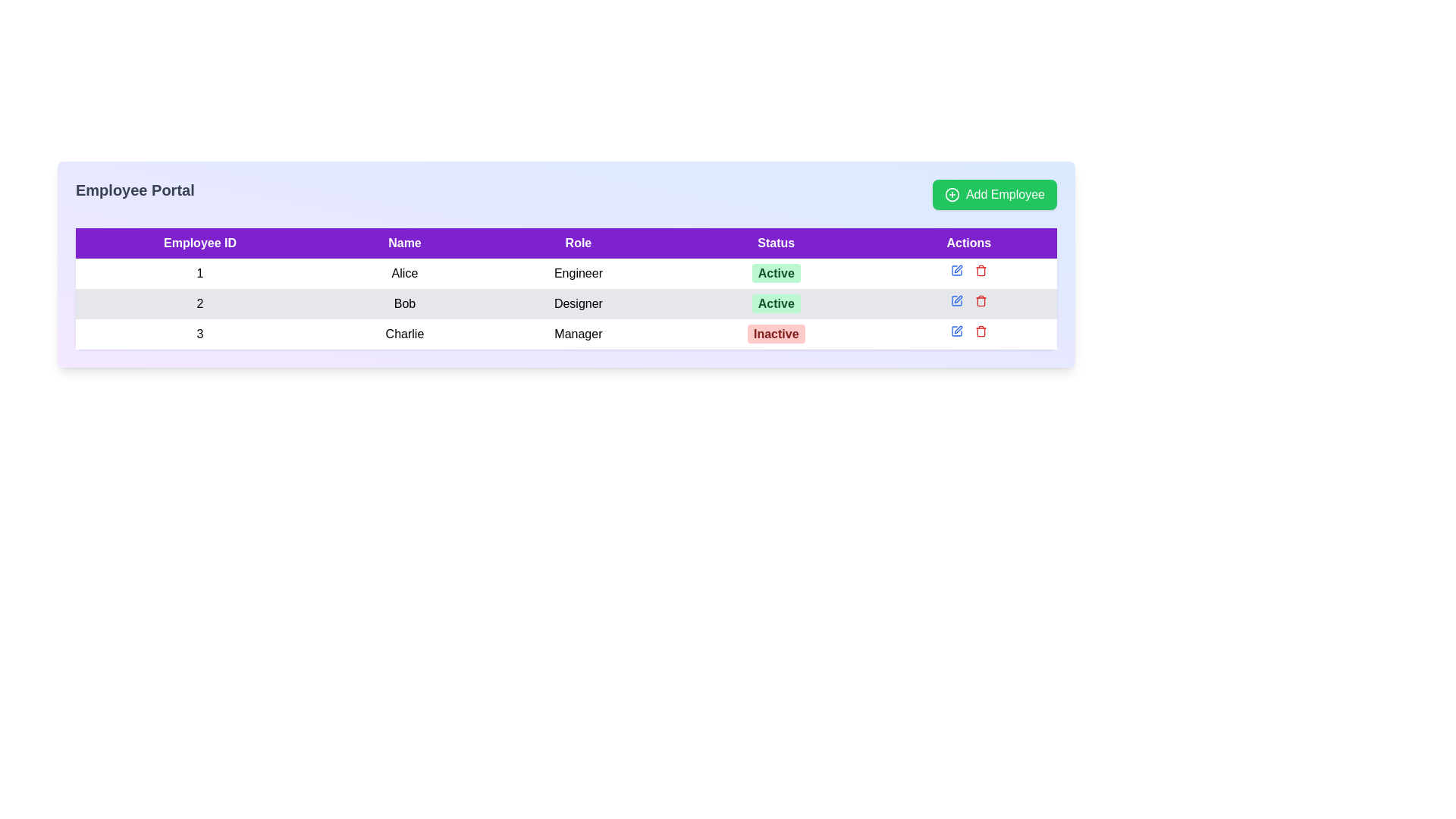 Image resolution: width=1456 pixels, height=819 pixels. What do you see at coordinates (981, 301) in the screenshot?
I see `the red trash can icon button located in the Actions column of the second row` at bounding box center [981, 301].